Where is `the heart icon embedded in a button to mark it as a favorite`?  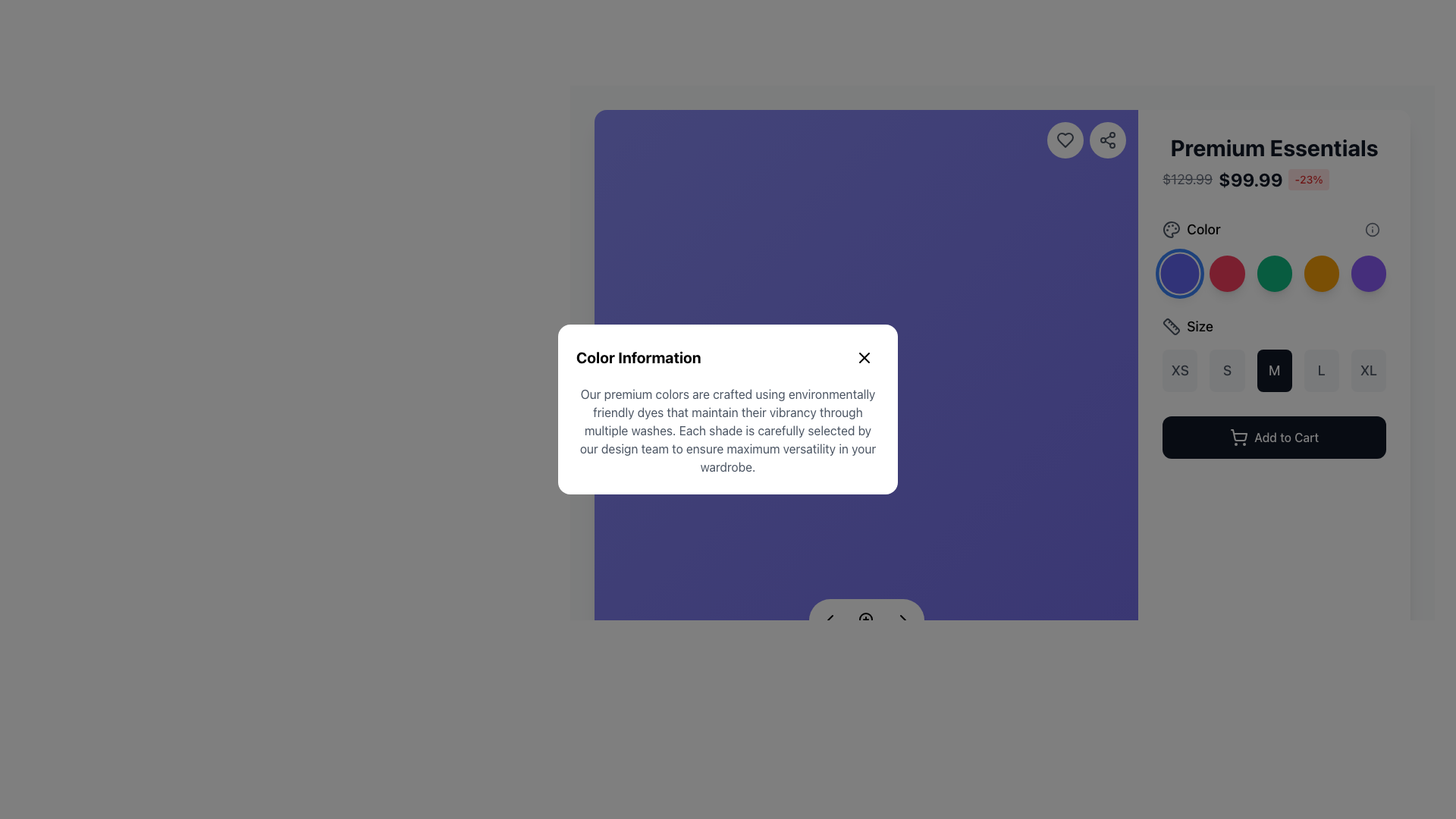 the heart icon embedded in a button to mark it as a favorite is located at coordinates (1065, 140).